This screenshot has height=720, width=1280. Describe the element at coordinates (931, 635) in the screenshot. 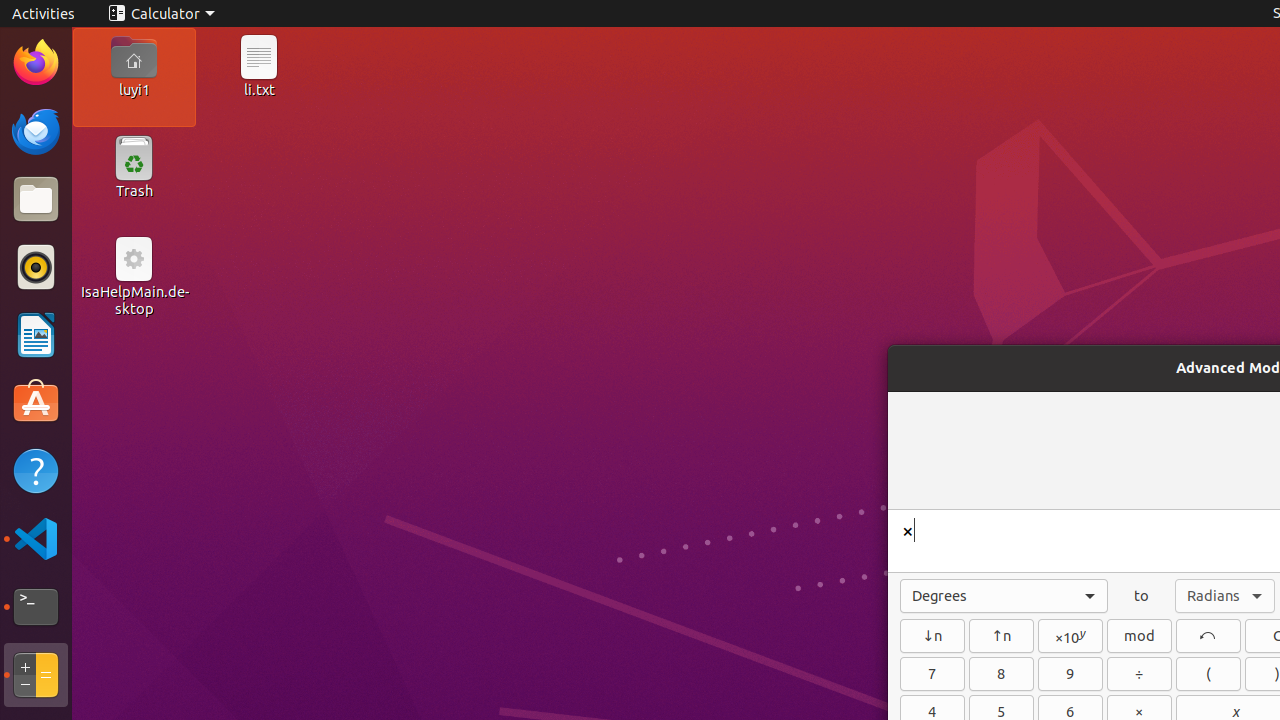

I see `'Subscript'` at that location.